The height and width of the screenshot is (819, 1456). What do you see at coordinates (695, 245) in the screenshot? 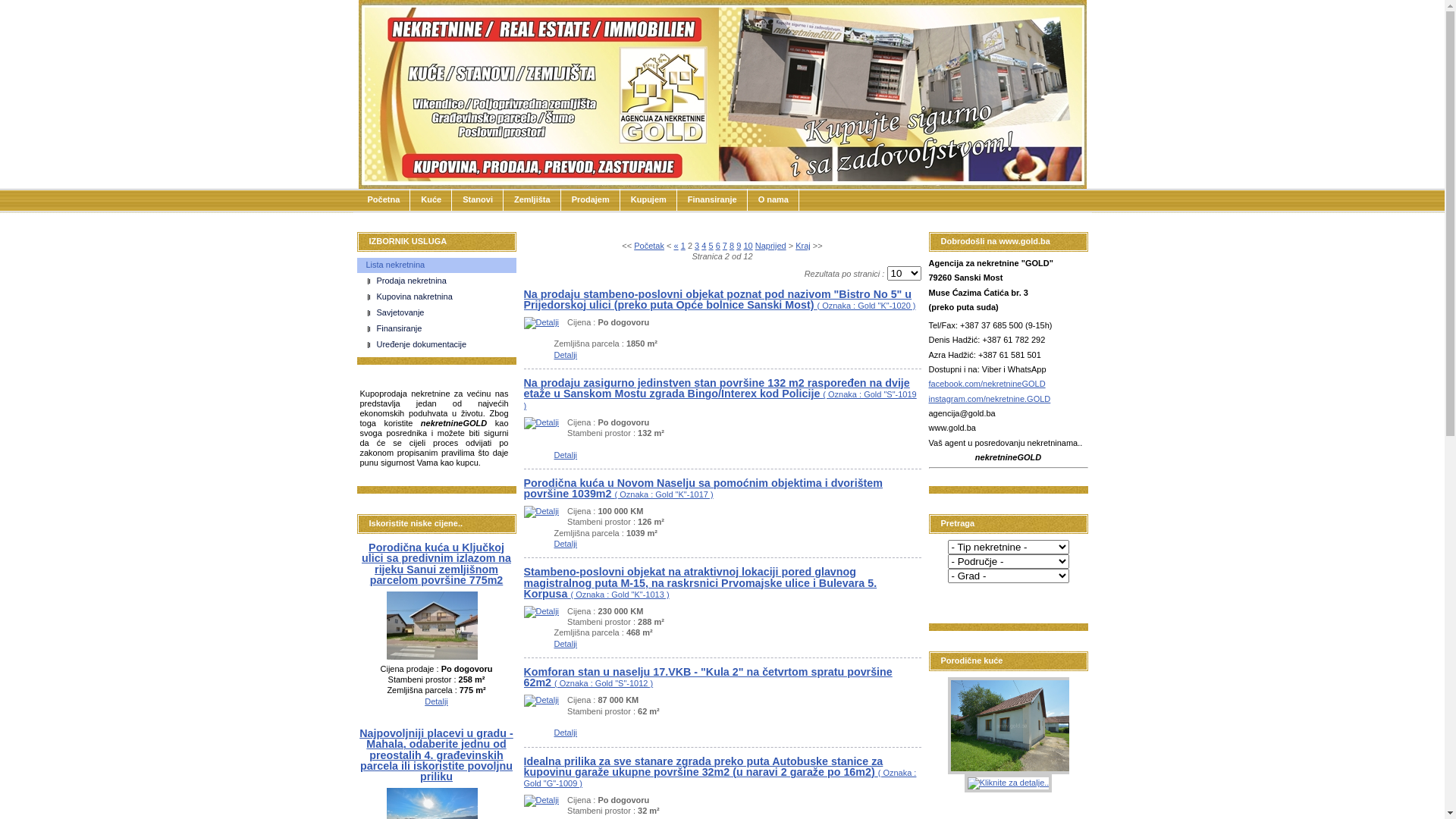
I see `'3'` at bounding box center [695, 245].